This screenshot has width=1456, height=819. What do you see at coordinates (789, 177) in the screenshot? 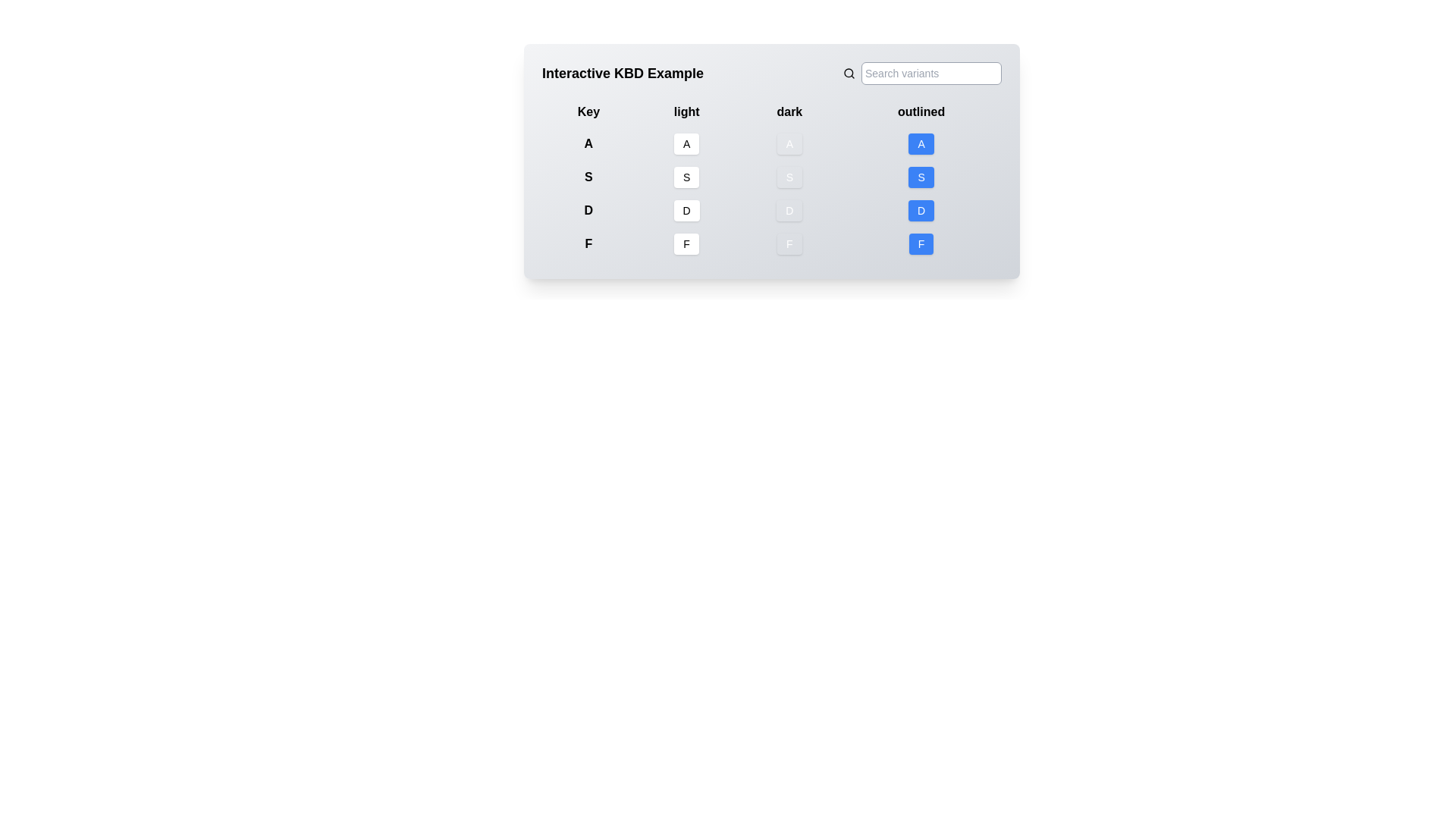
I see `the 'S' button in the dark column of the 'Interactive KBD Example' interface, which represents the 'S' key in a keyboard simulation` at bounding box center [789, 177].